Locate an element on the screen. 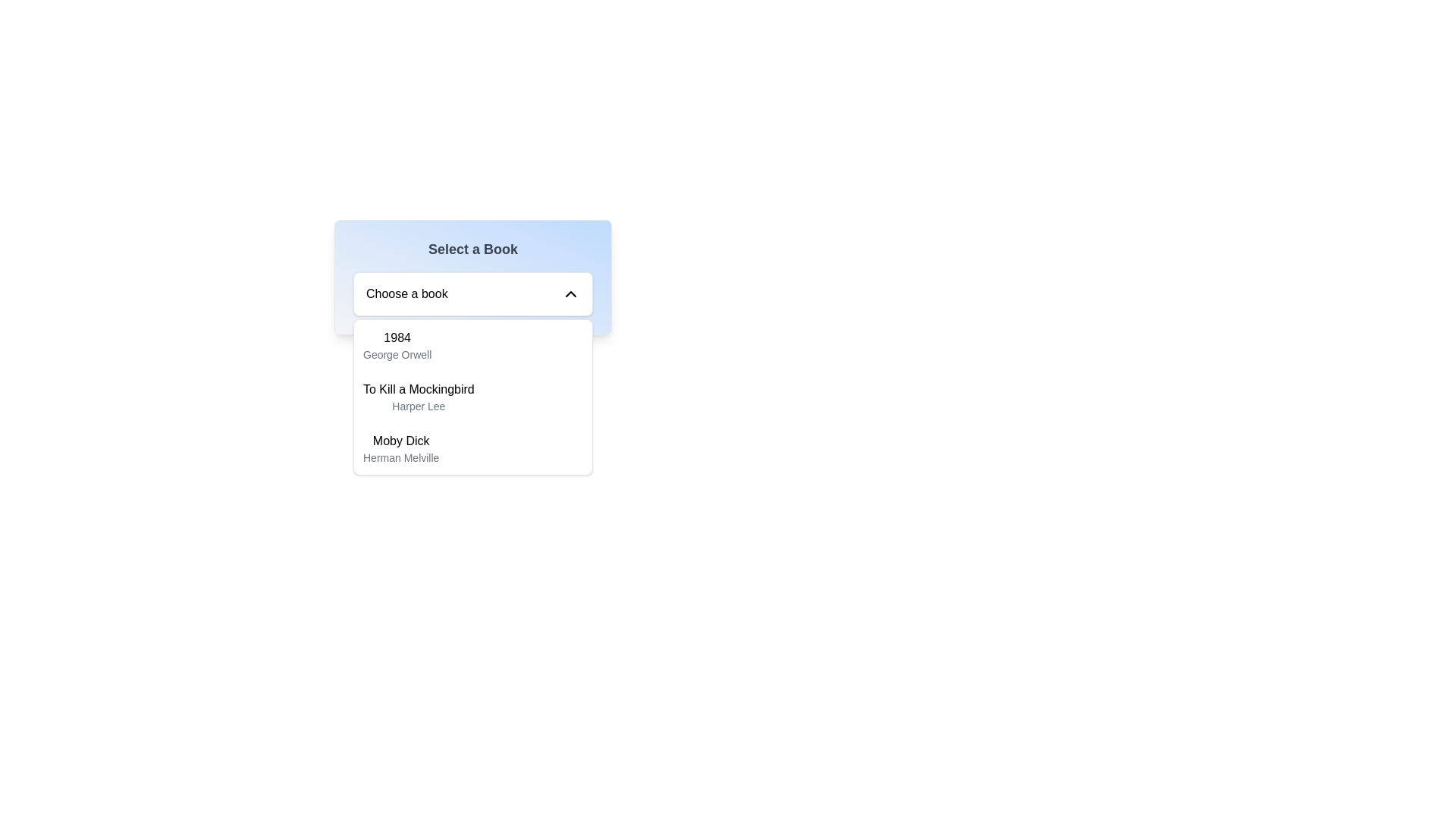 The width and height of the screenshot is (1456, 819). the dropdown menu labeled 'Choose a book' is located at coordinates (472, 294).